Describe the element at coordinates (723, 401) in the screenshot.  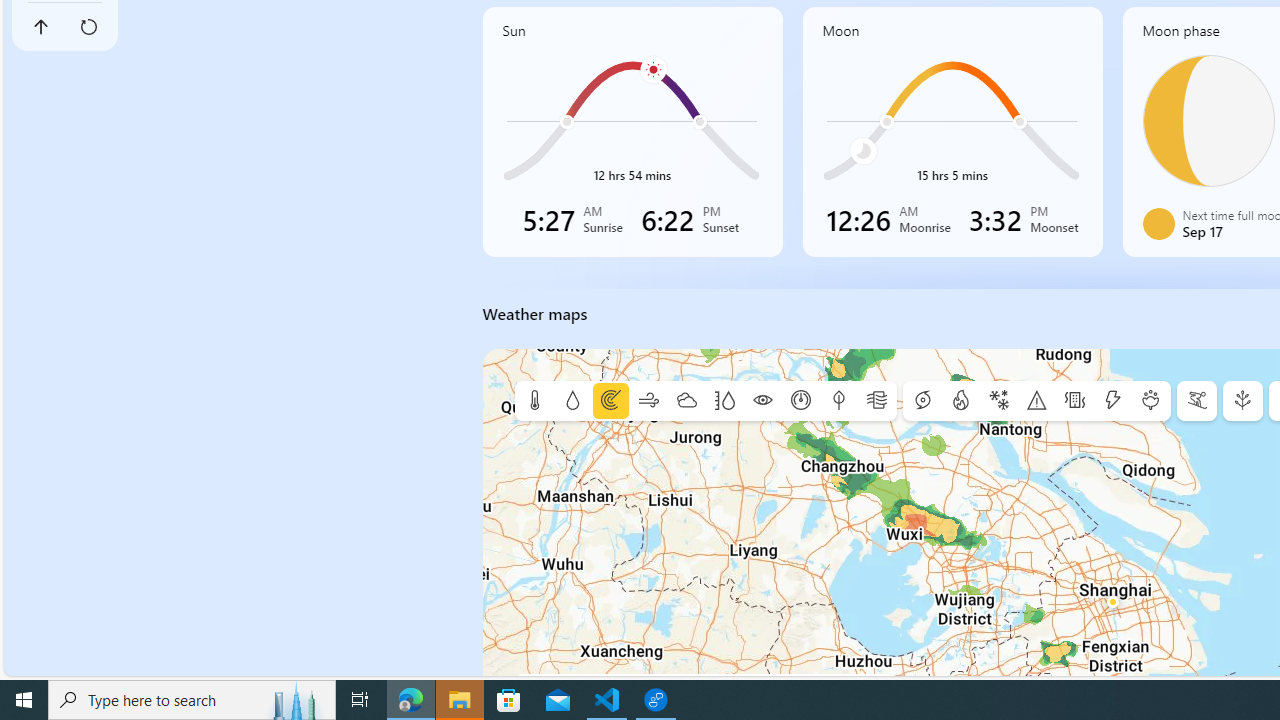
I see `'Humidity'` at that location.